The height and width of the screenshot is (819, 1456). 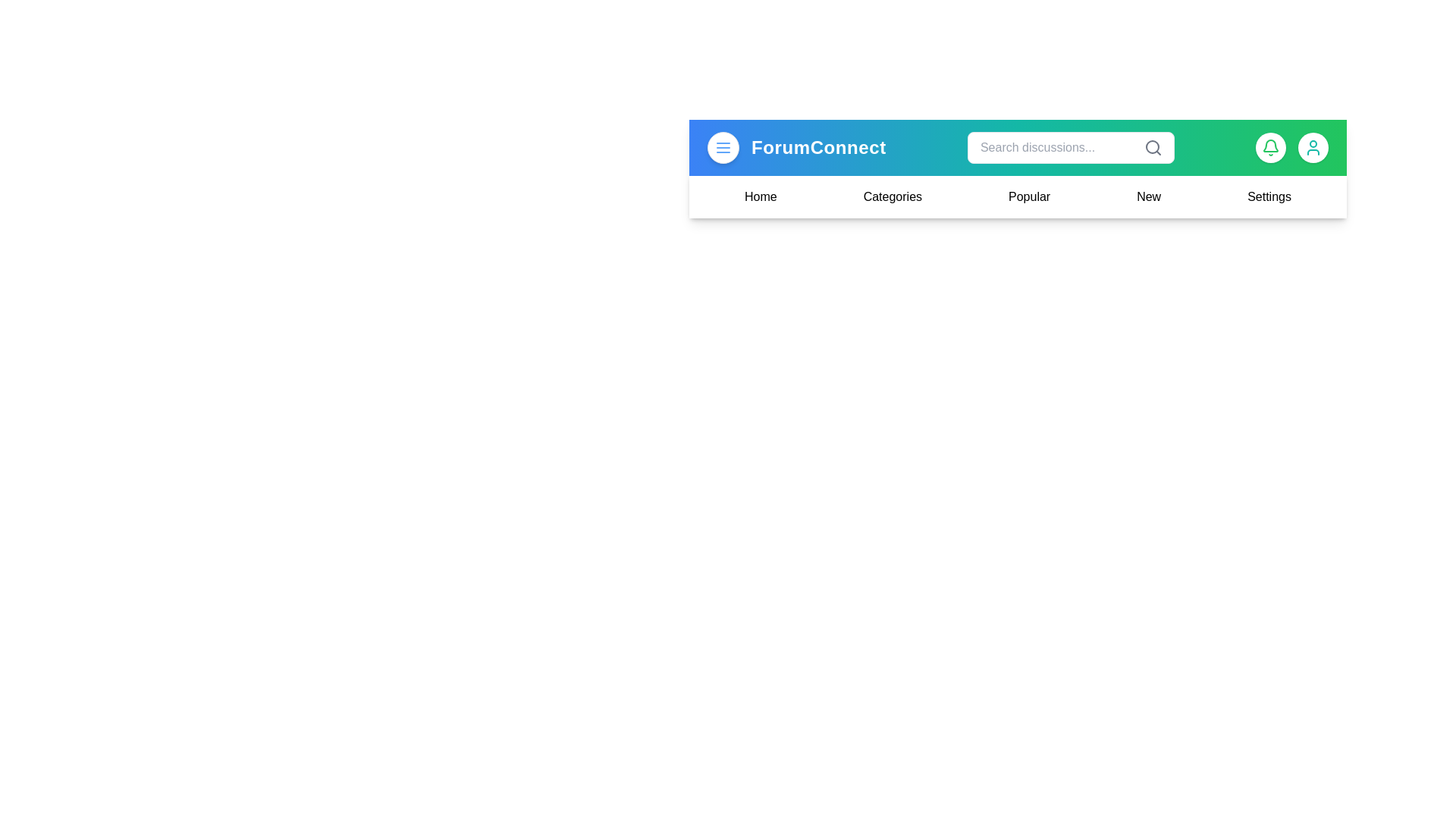 What do you see at coordinates (1149, 196) in the screenshot?
I see `the navigation option New from the menu` at bounding box center [1149, 196].